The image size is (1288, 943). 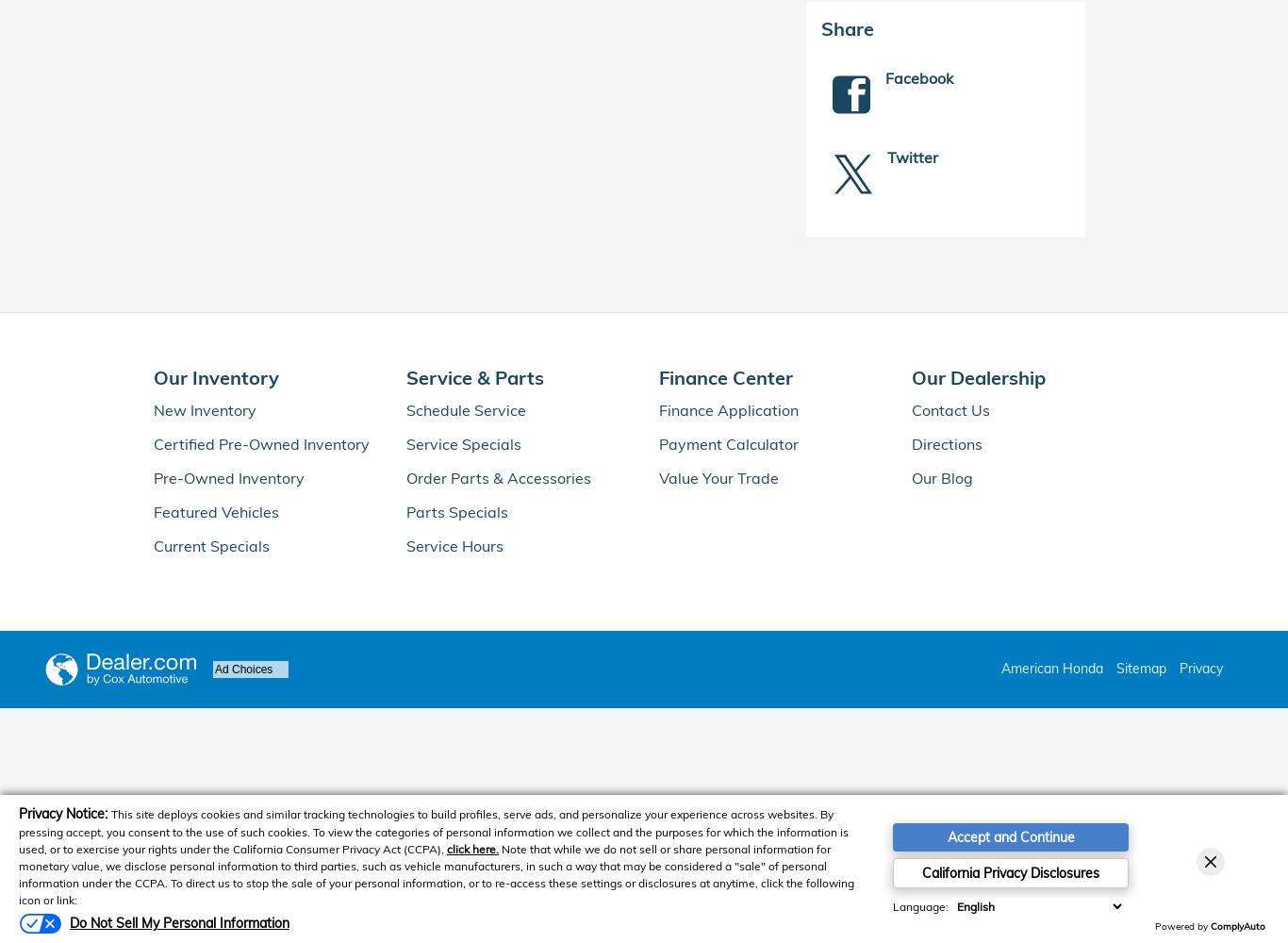 What do you see at coordinates (729, 409) in the screenshot?
I see `'Finance Application'` at bounding box center [729, 409].